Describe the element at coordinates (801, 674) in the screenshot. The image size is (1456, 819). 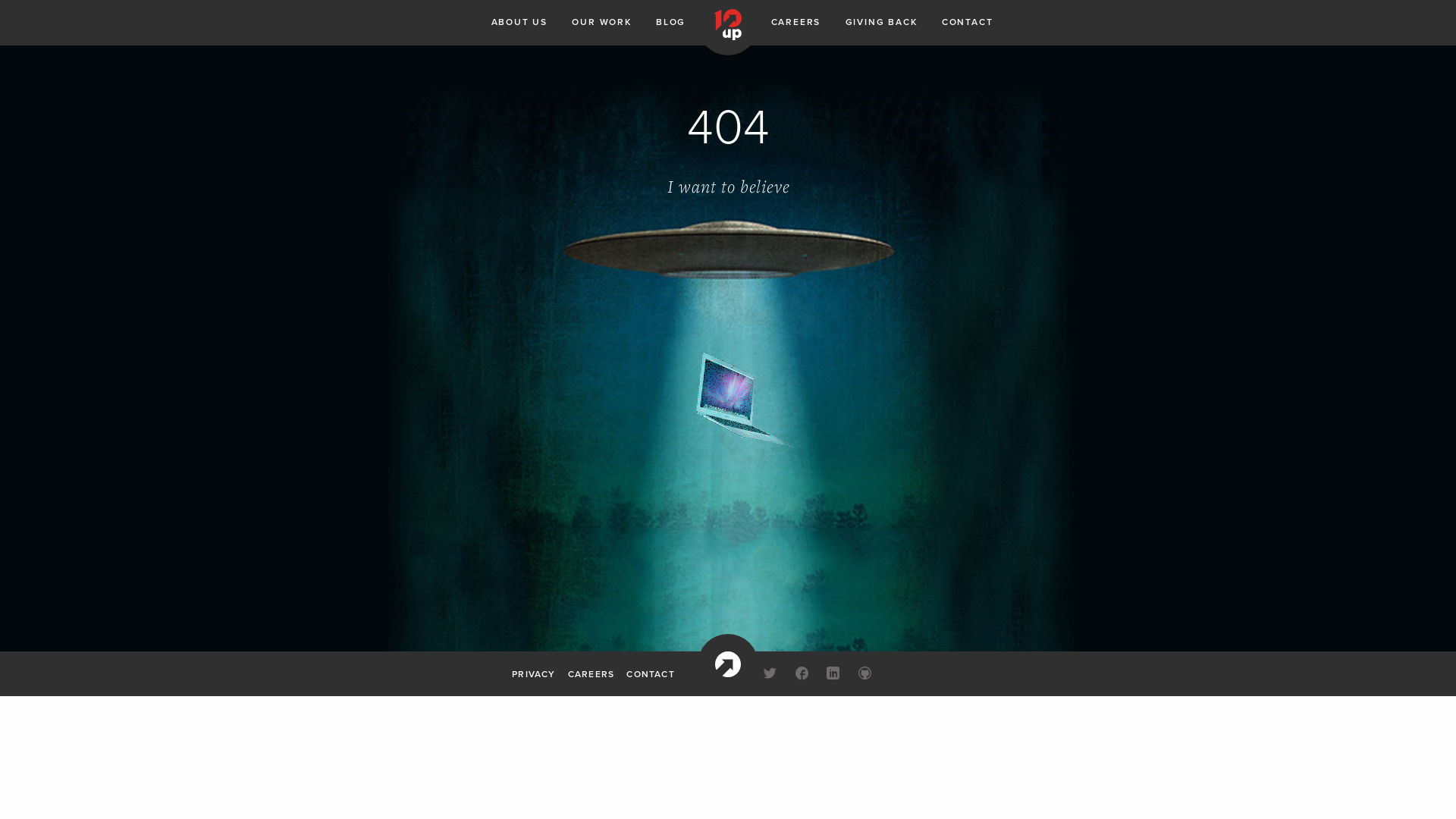
I see `'FACEBOOK'` at that location.